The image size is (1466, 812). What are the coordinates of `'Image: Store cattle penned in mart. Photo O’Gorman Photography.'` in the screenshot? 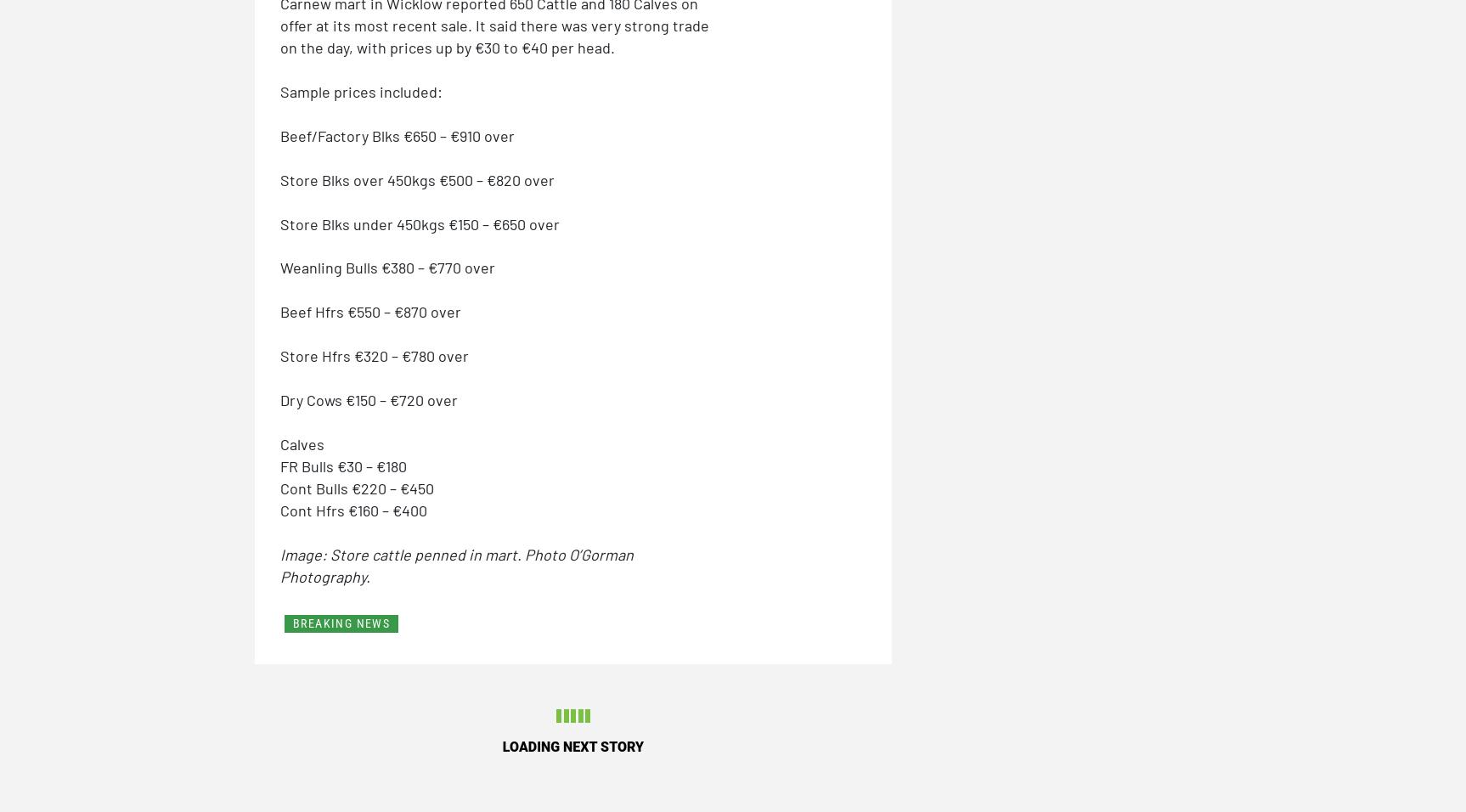 It's located at (456, 564).